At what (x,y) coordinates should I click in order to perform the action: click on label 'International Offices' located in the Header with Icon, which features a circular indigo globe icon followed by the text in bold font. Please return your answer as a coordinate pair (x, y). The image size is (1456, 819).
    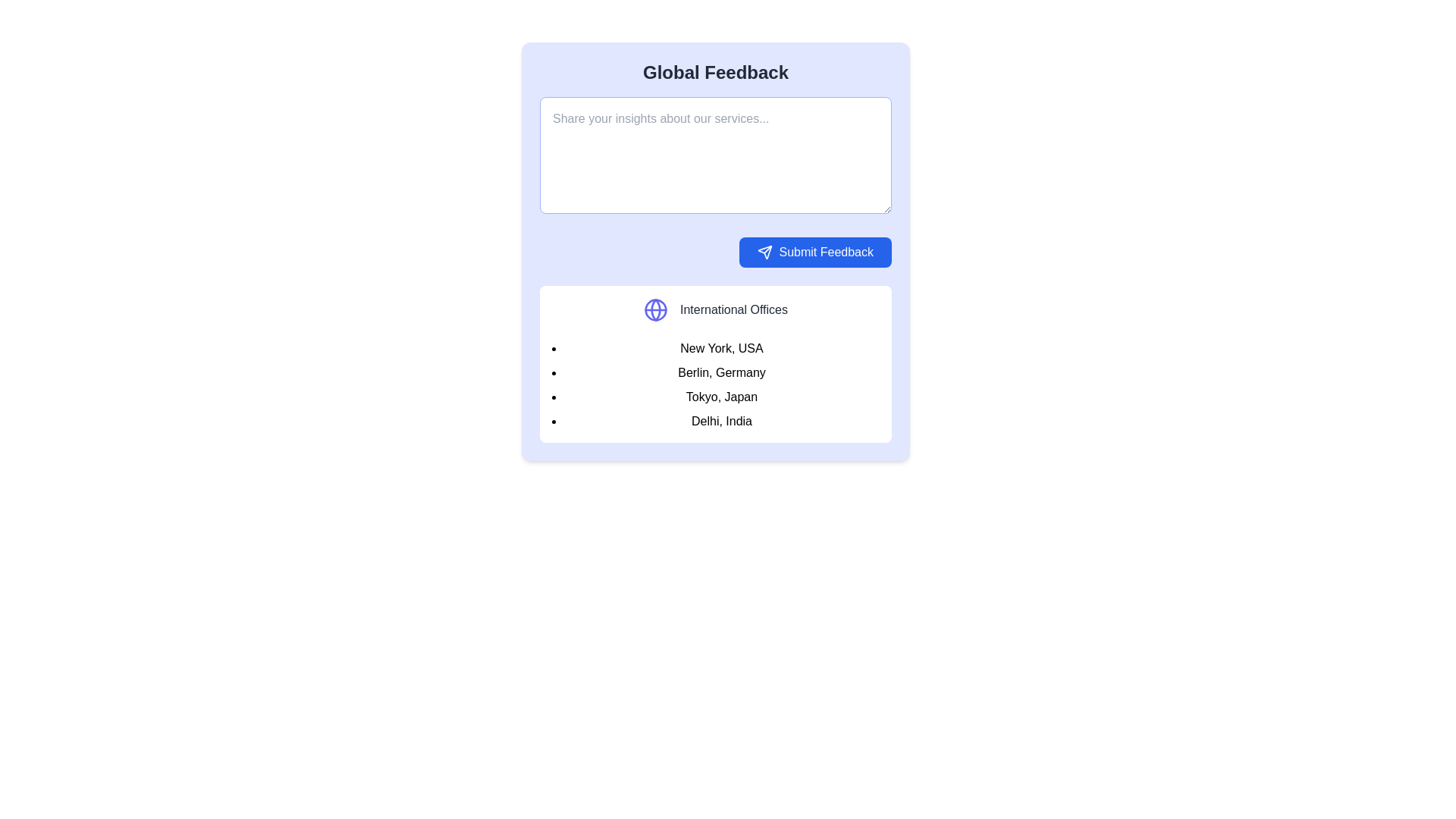
    Looking at the image, I should click on (715, 309).